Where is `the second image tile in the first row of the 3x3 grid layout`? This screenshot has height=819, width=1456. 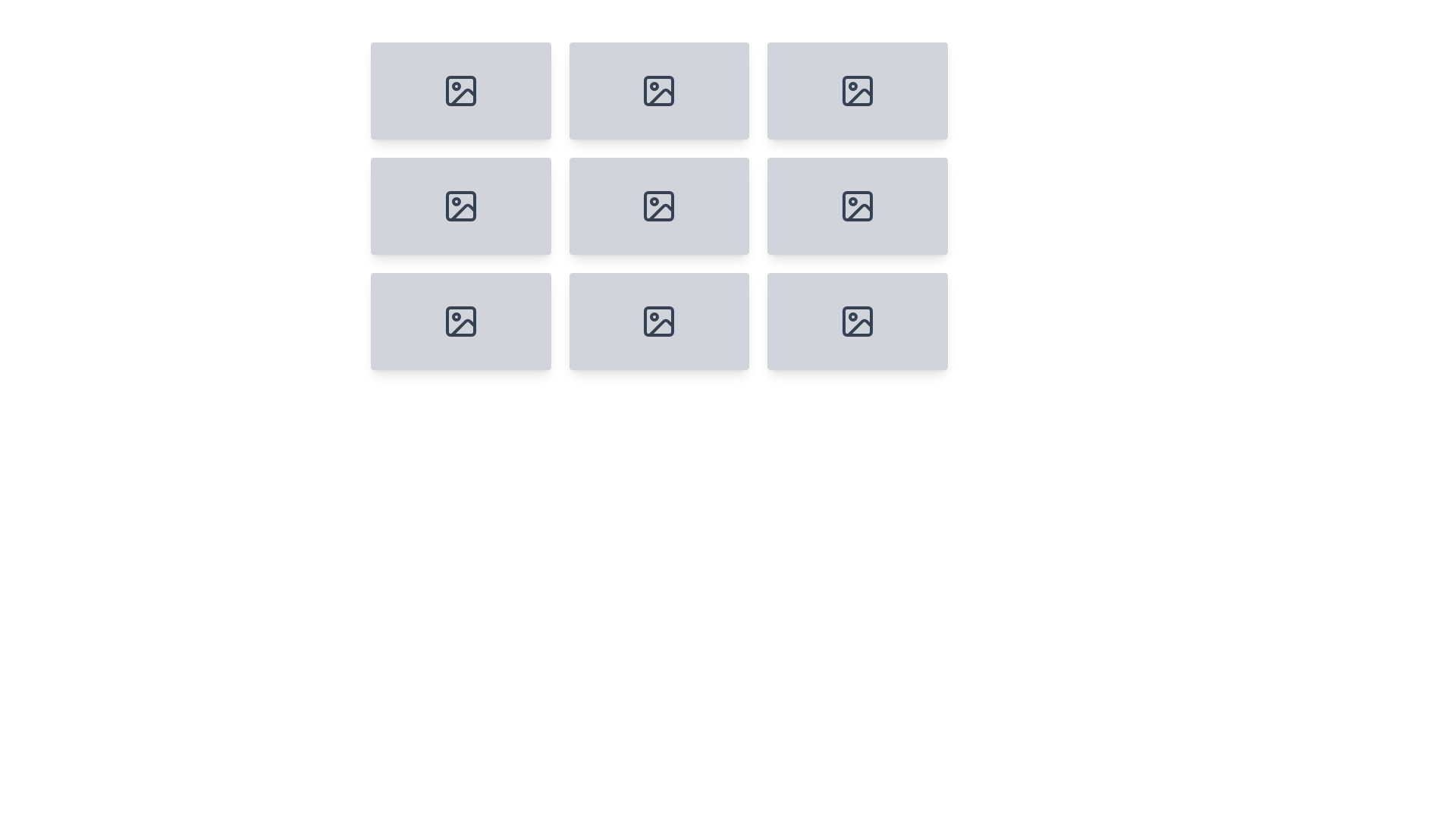 the second image tile in the first row of the 3x3 grid layout is located at coordinates (659, 90).